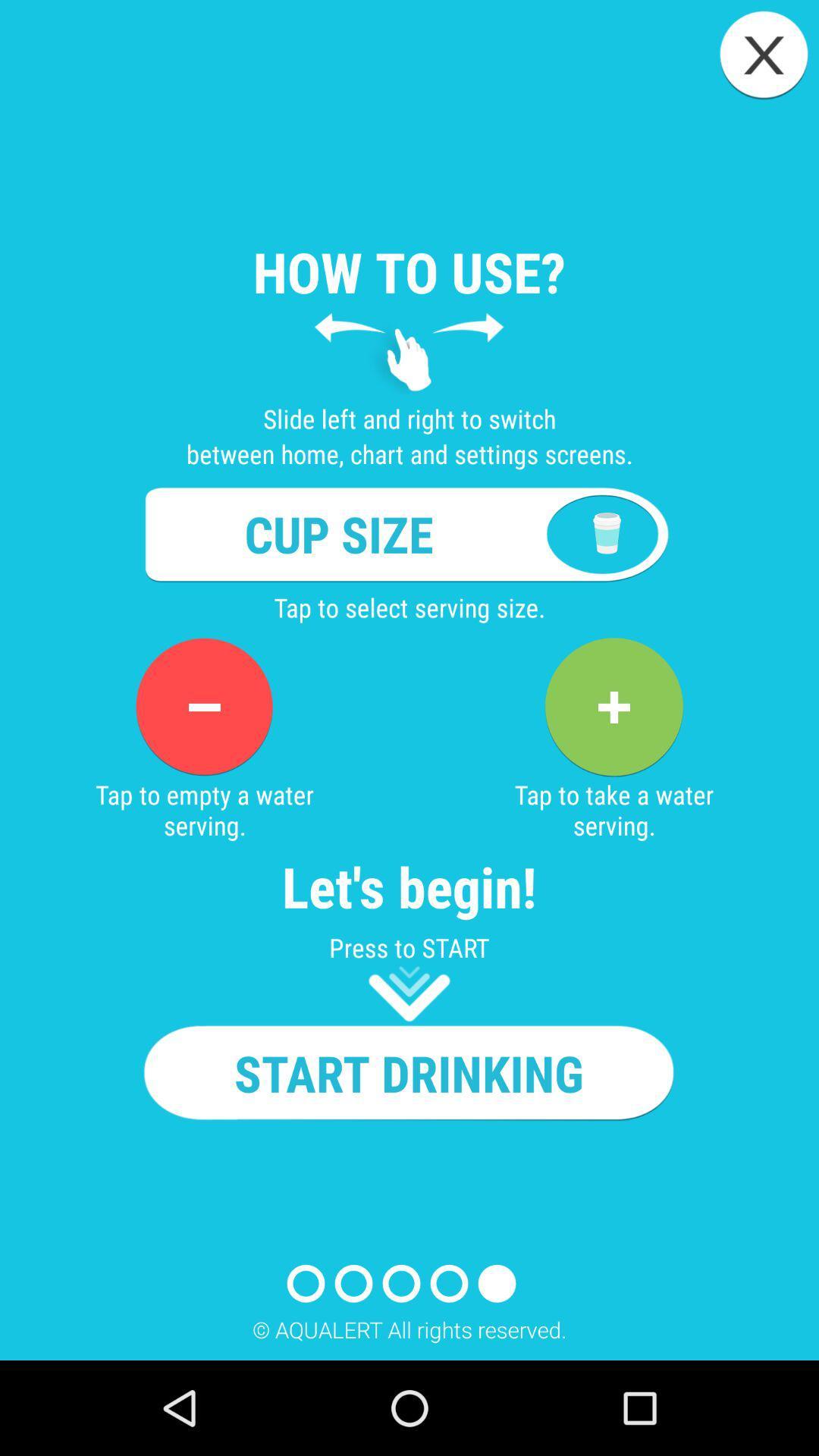 This screenshot has width=819, height=1456. I want to click on item at the top right corner, so click(764, 55).